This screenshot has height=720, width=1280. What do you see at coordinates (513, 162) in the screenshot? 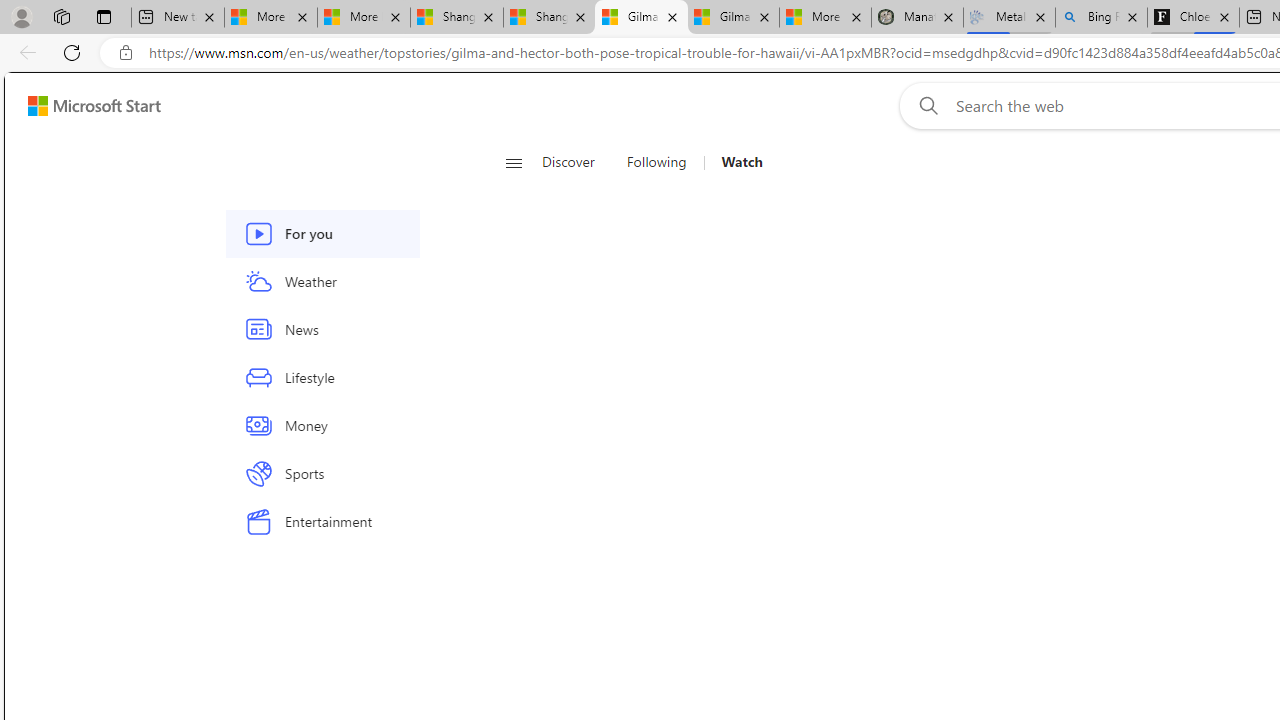
I see `'Class: button-glyph'` at bounding box center [513, 162].